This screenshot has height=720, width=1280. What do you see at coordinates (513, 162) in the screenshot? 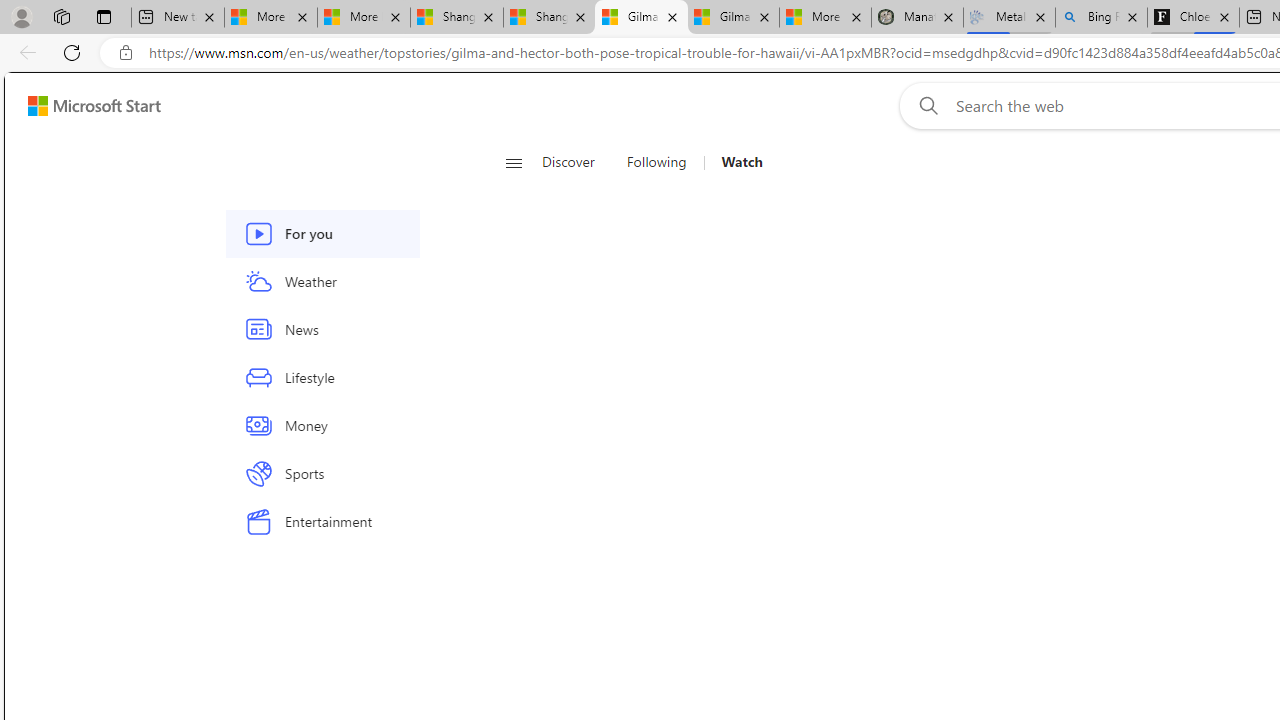
I see `'Class: button-glyph'` at bounding box center [513, 162].